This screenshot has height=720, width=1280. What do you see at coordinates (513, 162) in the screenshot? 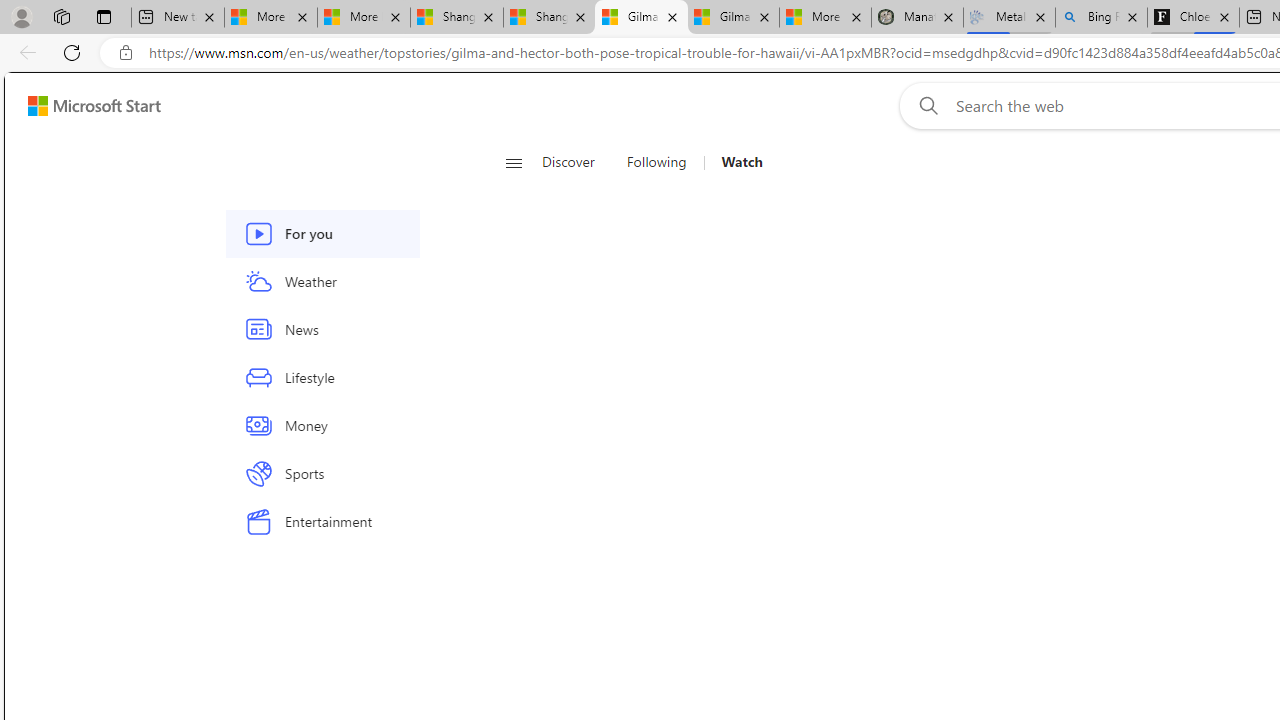
I see `'Class: button-glyph'` at bounding box center [513, 162].